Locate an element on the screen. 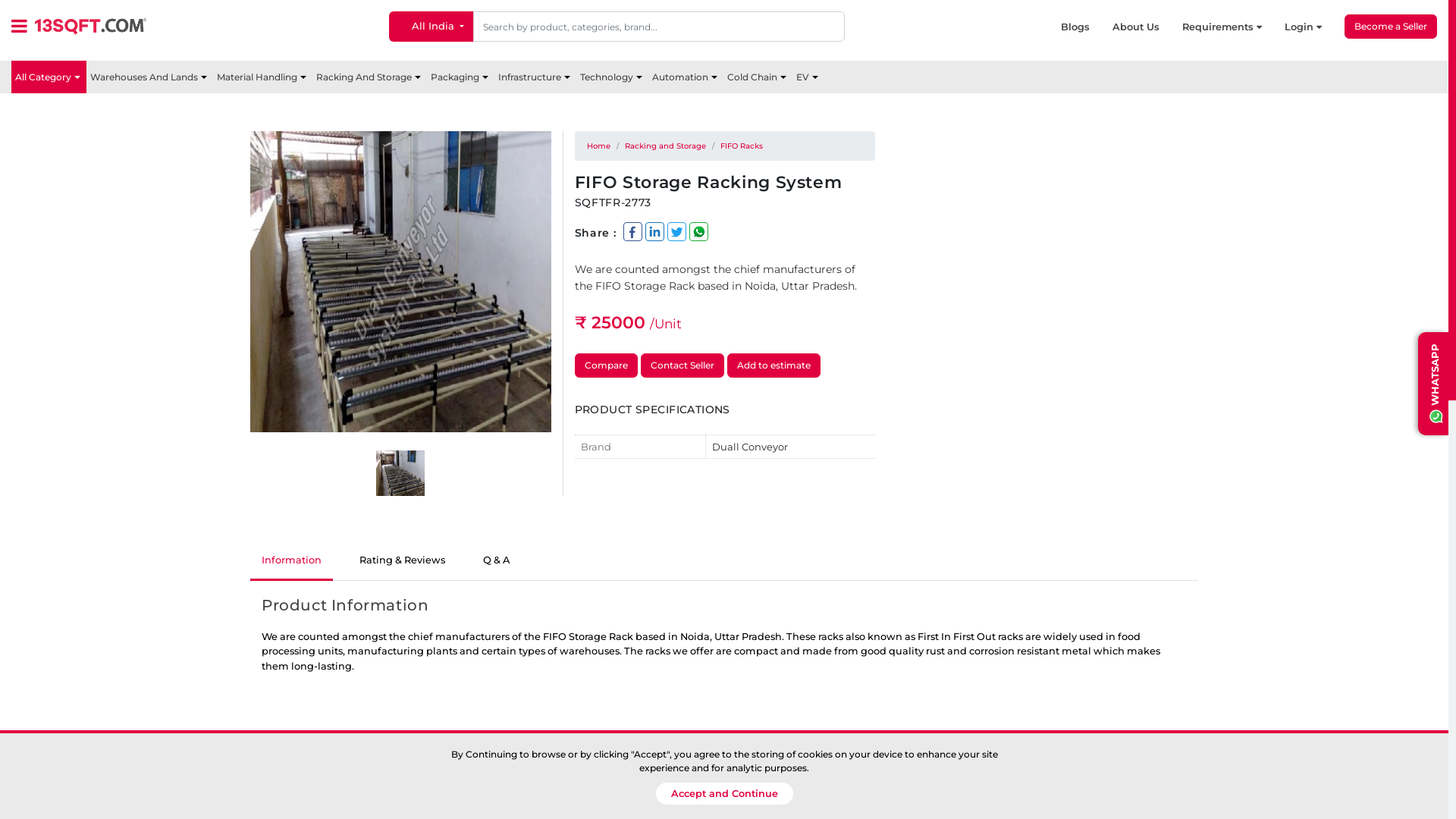 This screenshot has width=1456, height=819. 'Q & A' is located at coordinates (496, 561).